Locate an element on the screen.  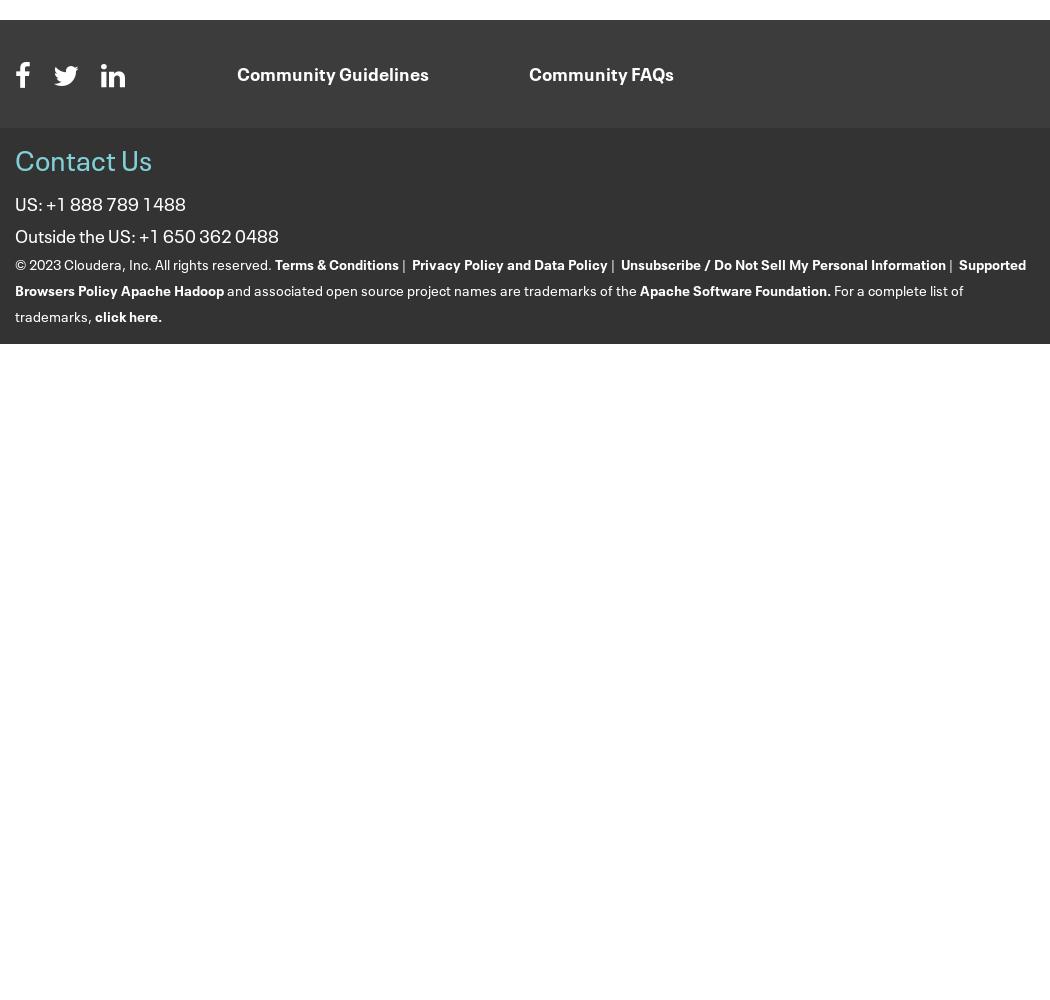
'Community Guidelines' is located at coordinates (332, 71).